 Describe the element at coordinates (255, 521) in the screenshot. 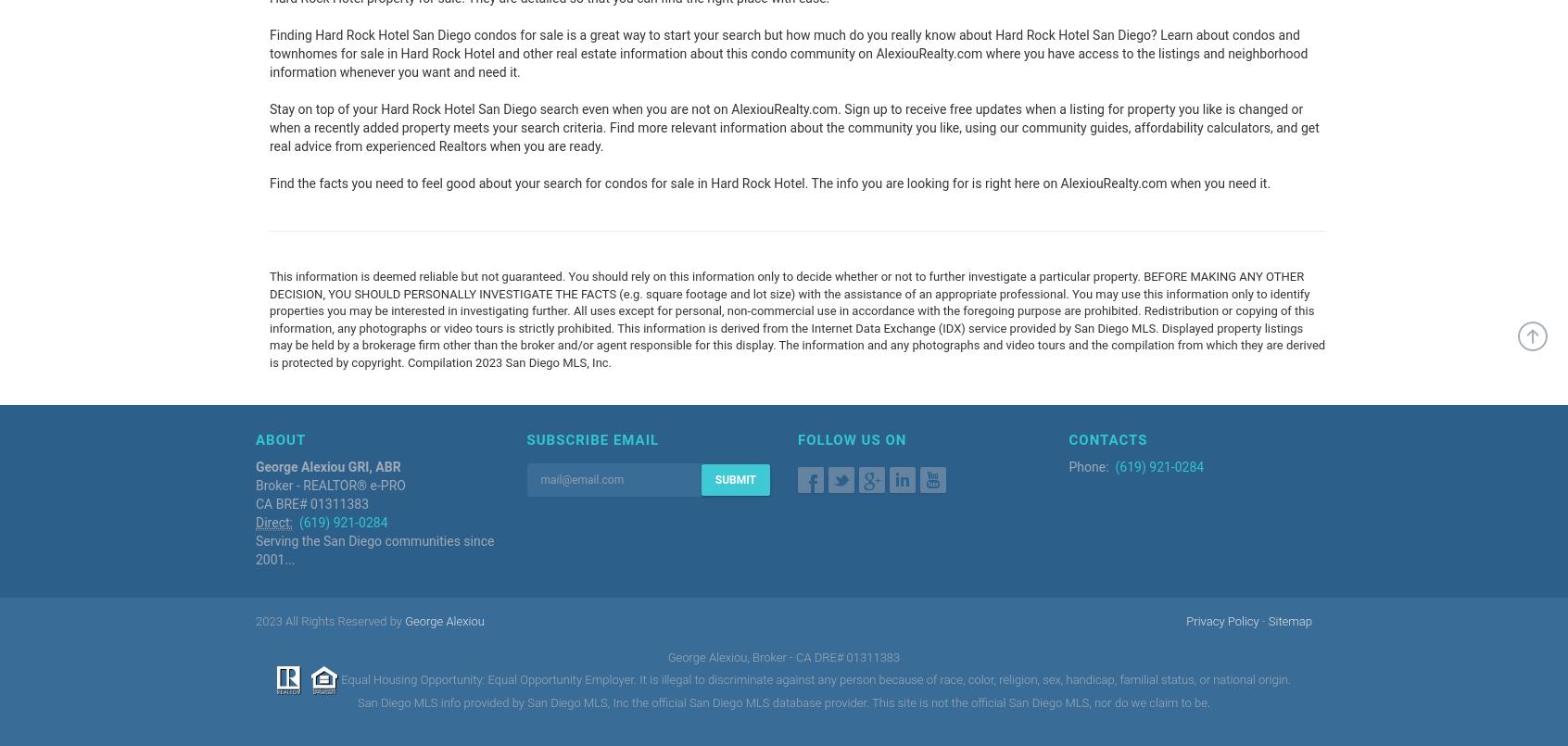

I see `'Direct:'` at that location.